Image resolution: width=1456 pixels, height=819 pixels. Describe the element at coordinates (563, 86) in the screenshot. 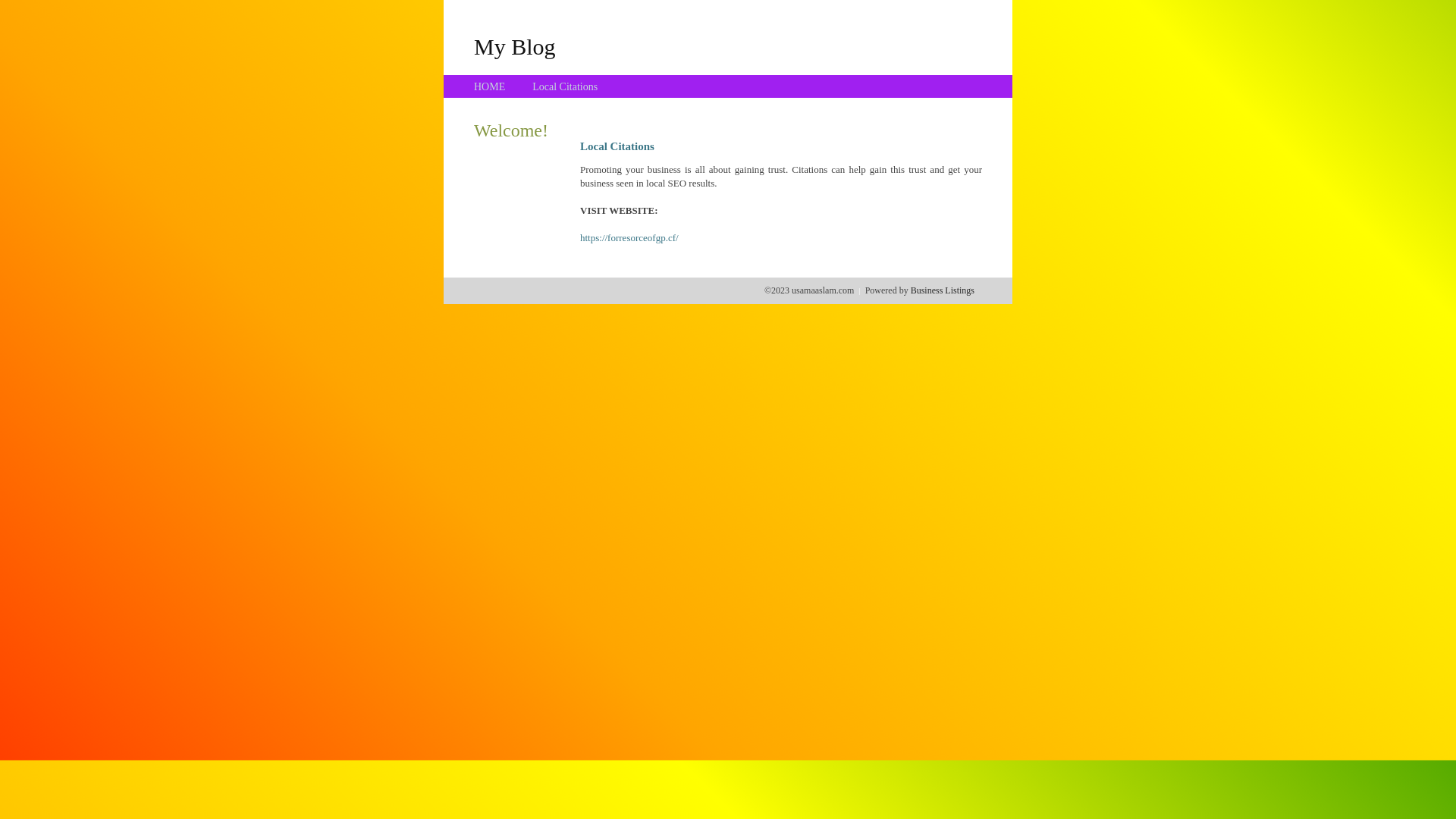

I see `'Local Citations'` at that location.